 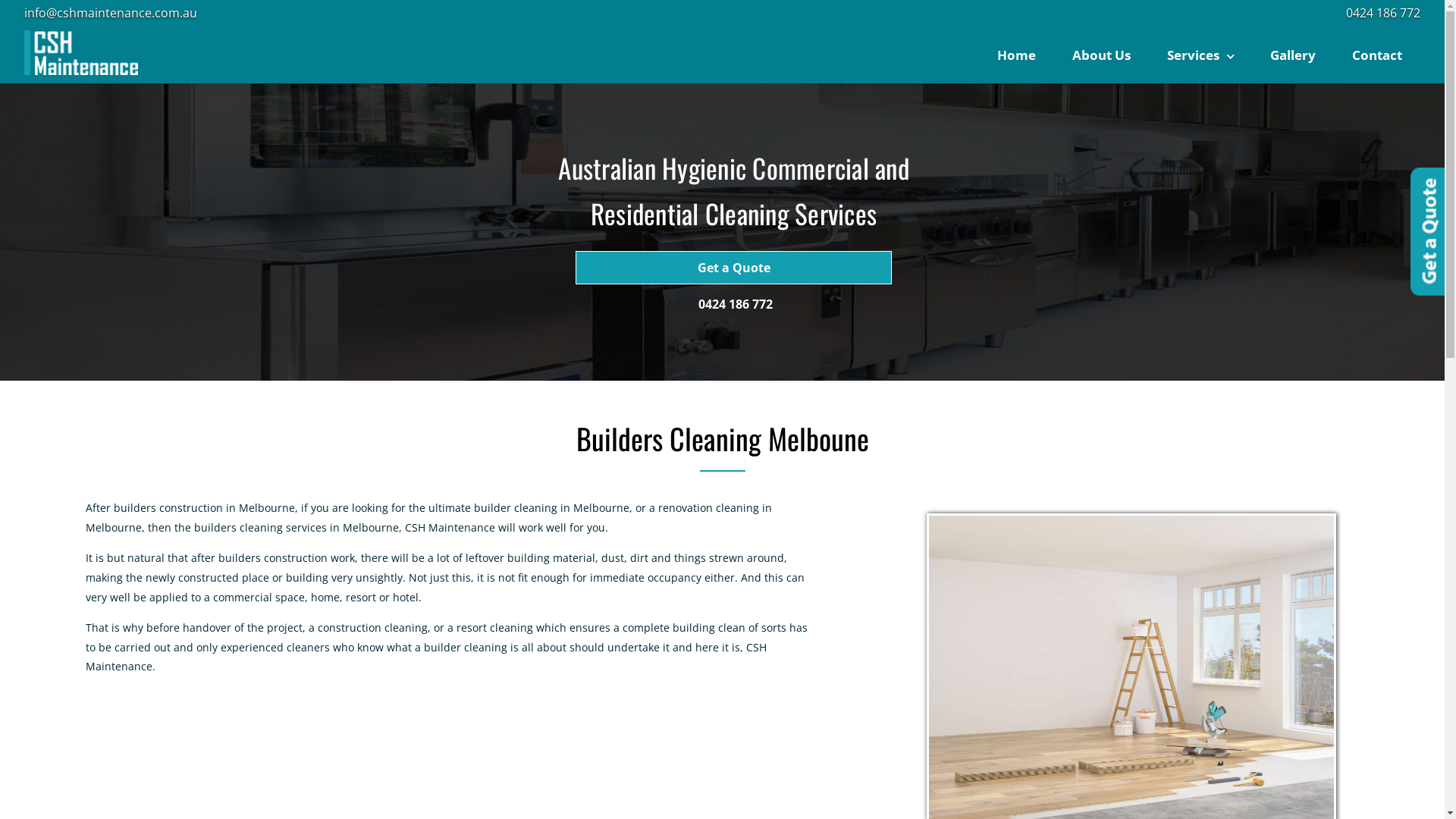 I want to click on '0424 186 772', so click(x=1383, y=12).